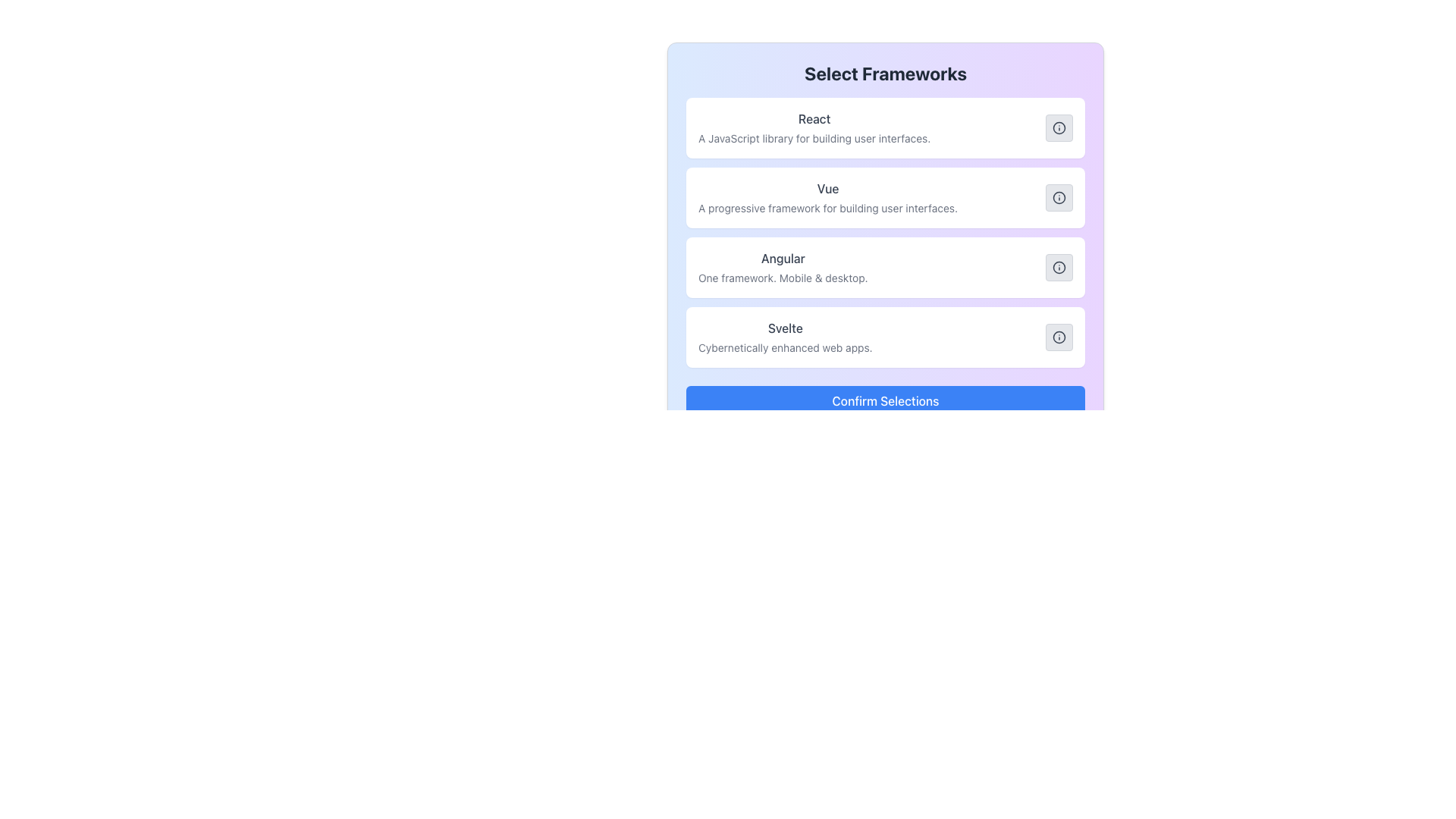  Describe the element at coordinates (885, 239) in the screenshot. I see `the third selection card titled 'Angular' in the 'Select Frameworks' section, which features a white background and rounded corners` at that location.